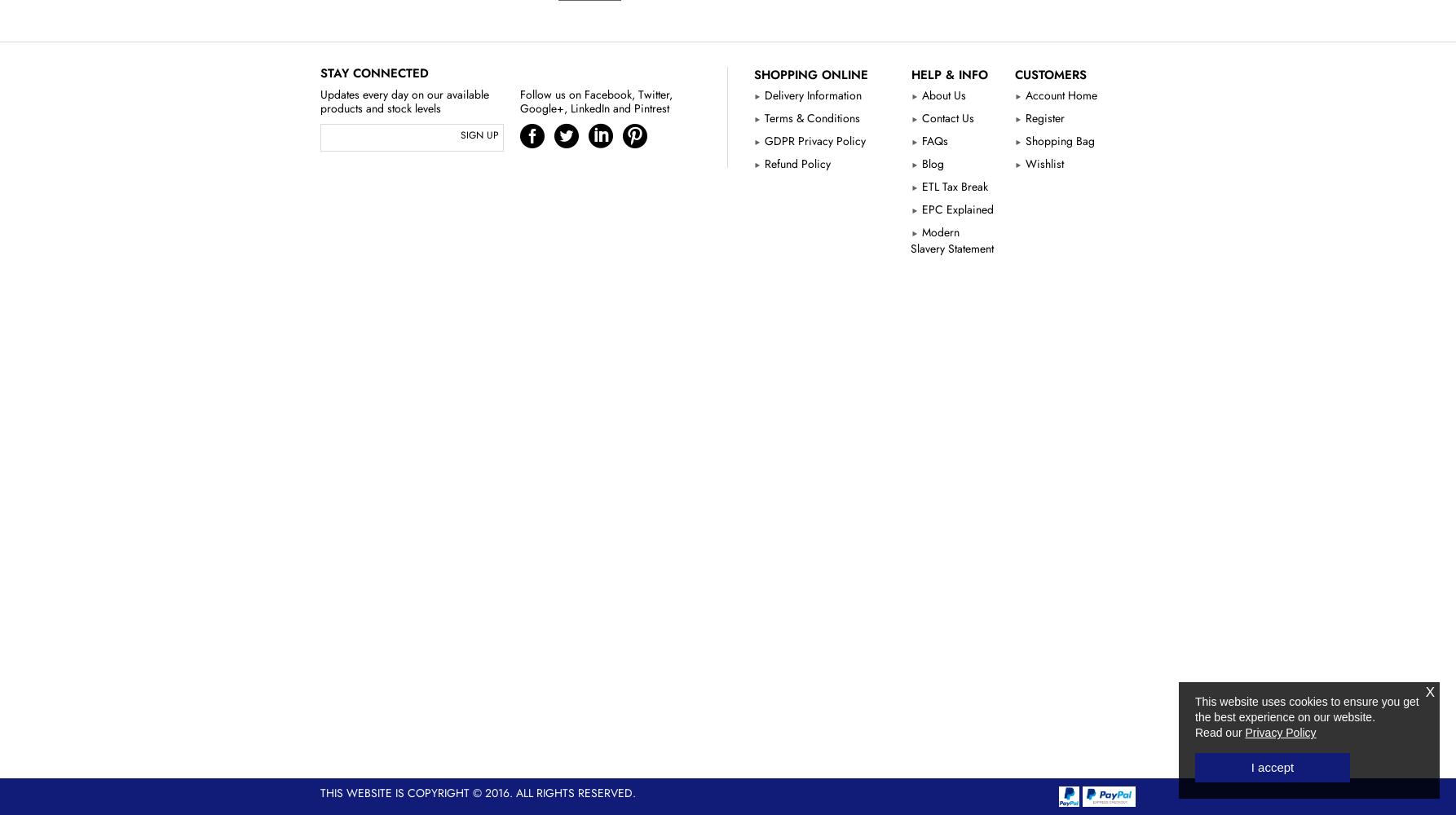  I want to click on 'X', so click(1423, 691).